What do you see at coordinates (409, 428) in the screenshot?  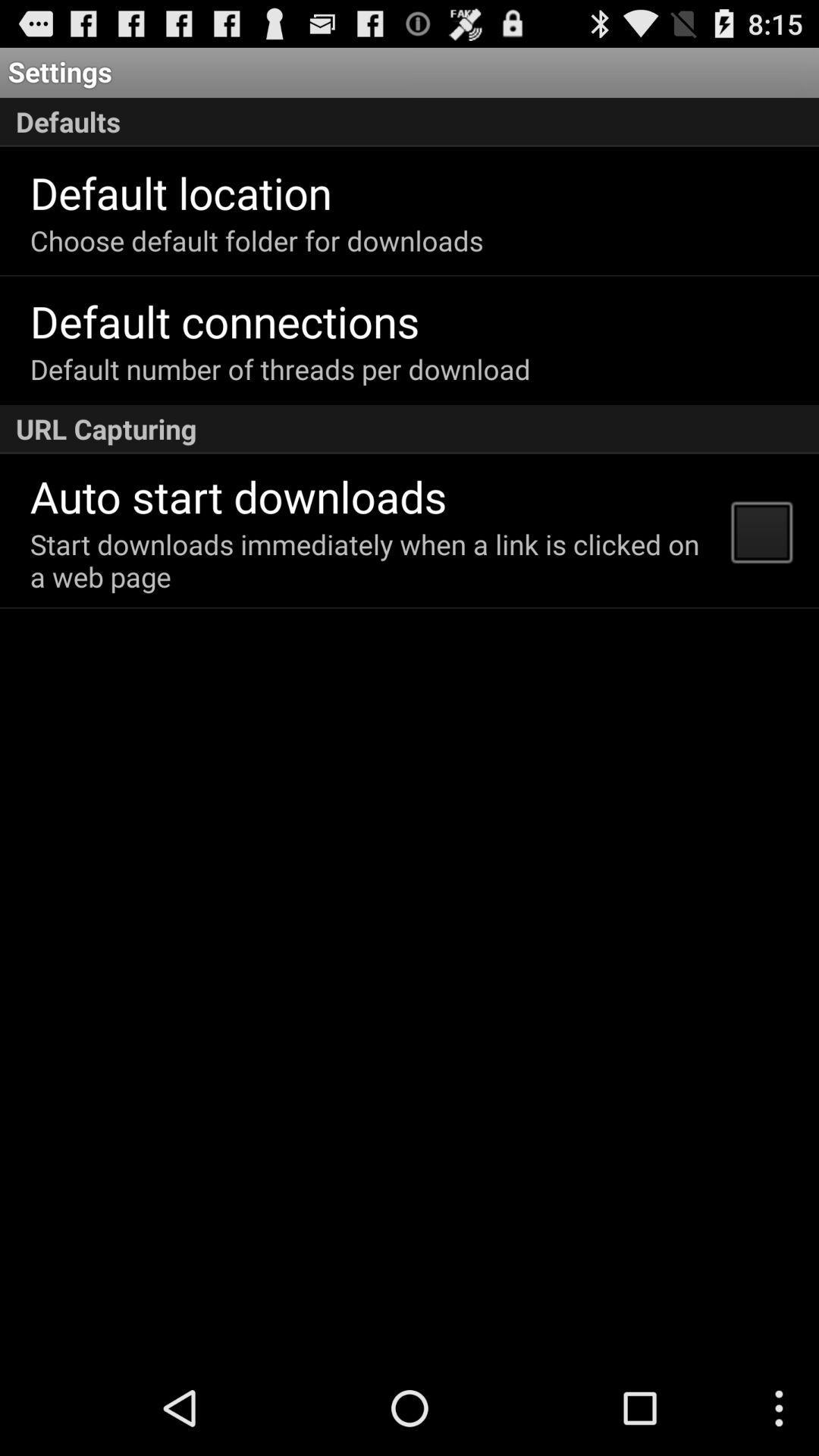 I see `the icon above the auto start downloads item` at bounding box center [409, 428].